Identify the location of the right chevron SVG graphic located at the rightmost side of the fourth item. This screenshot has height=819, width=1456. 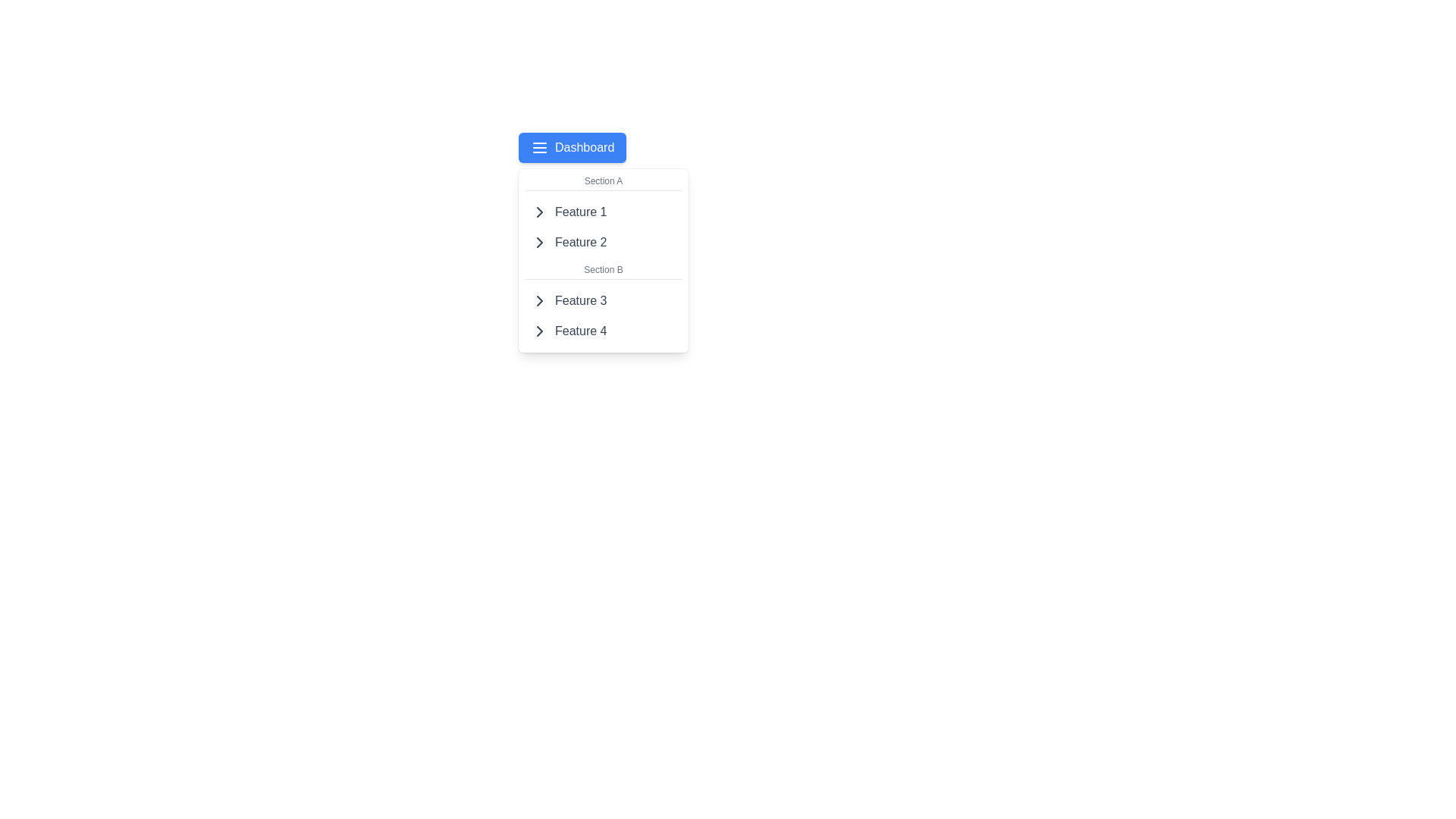
(539, 330).